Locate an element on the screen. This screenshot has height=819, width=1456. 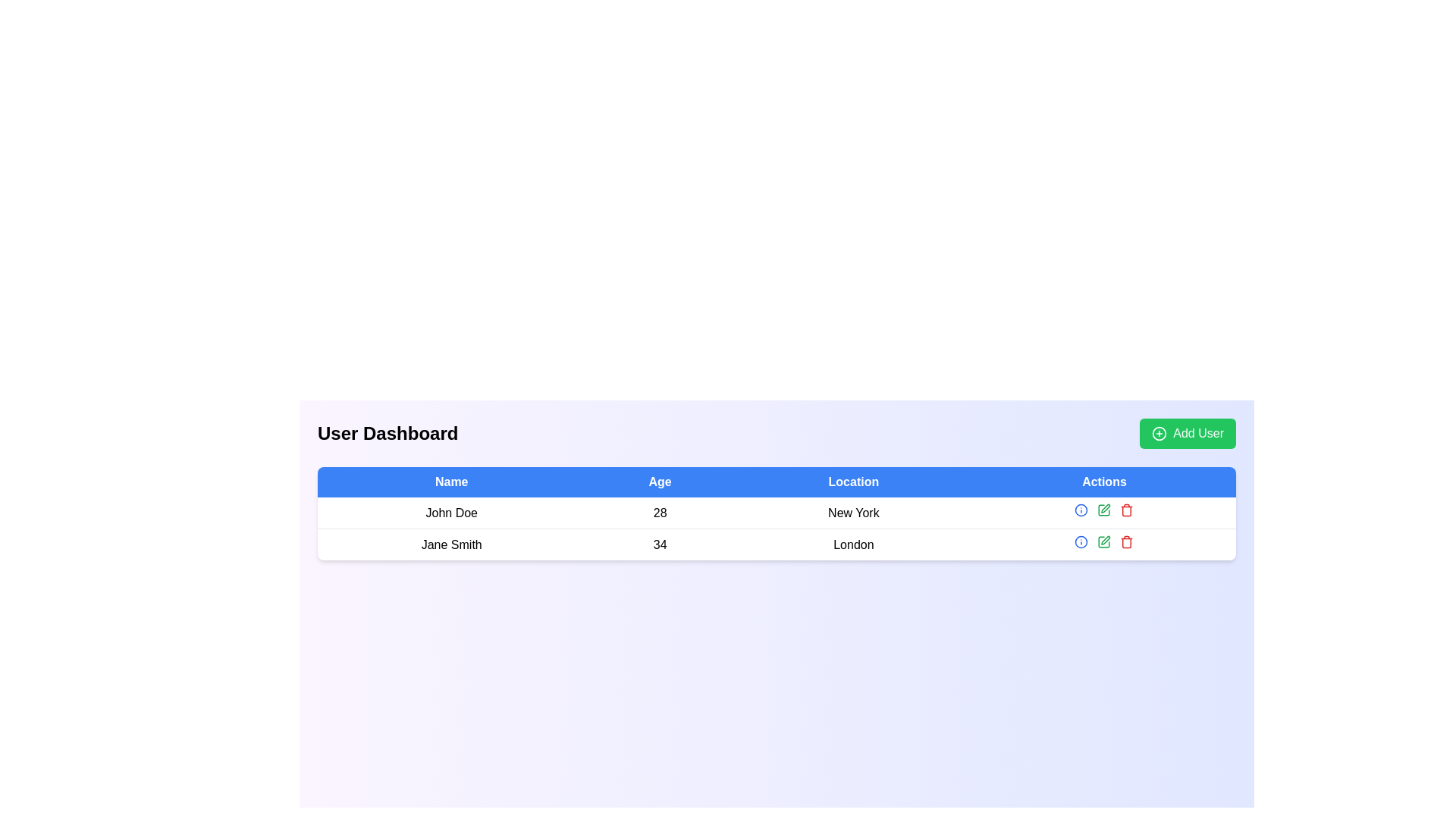
the header label component labeled 'Name', which is the first item in the table header section, displayed in bold, white text on a blue background is located at coordinates (450, 482).